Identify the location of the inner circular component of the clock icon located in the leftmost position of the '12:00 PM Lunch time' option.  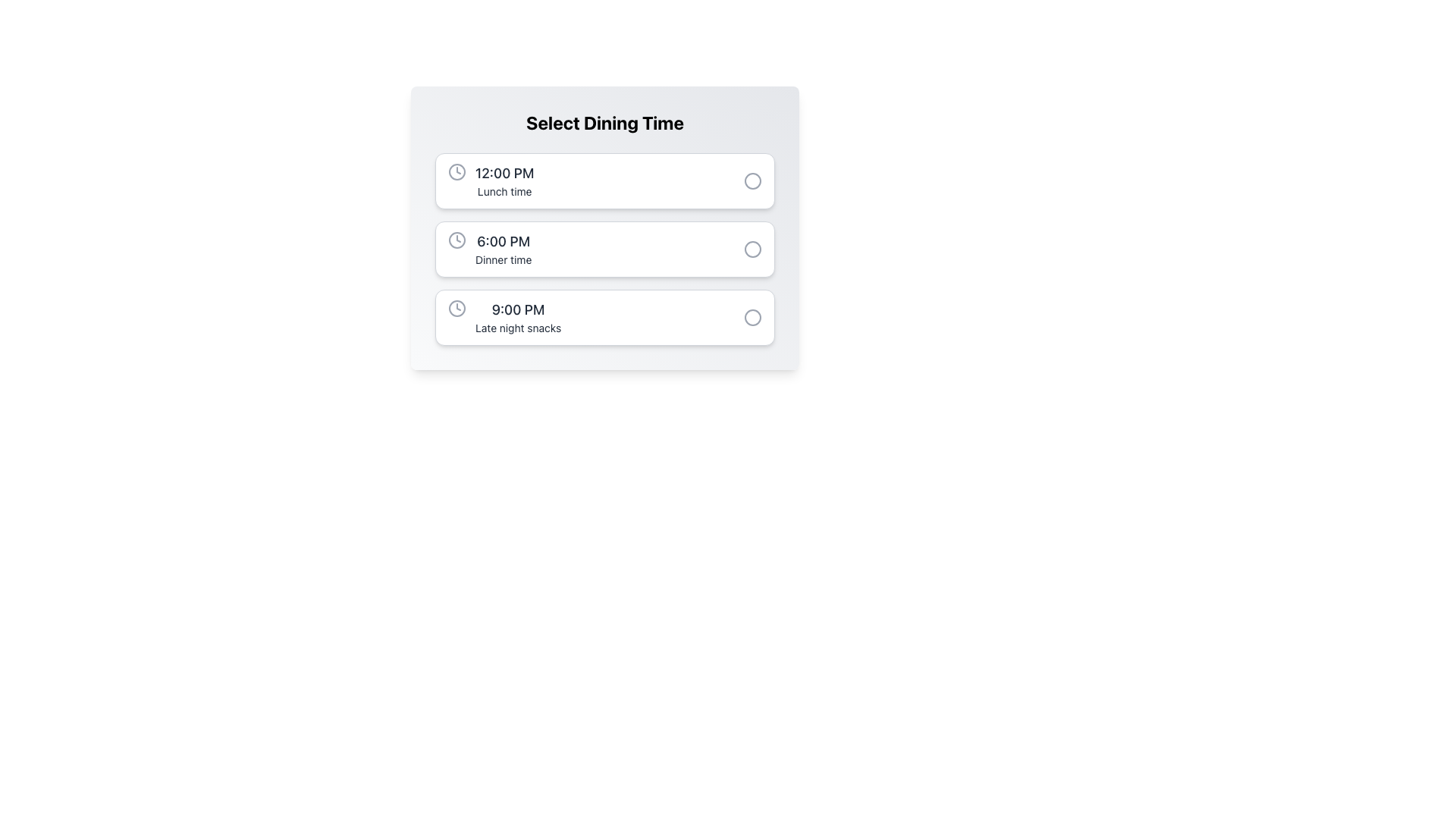
(457, 171).